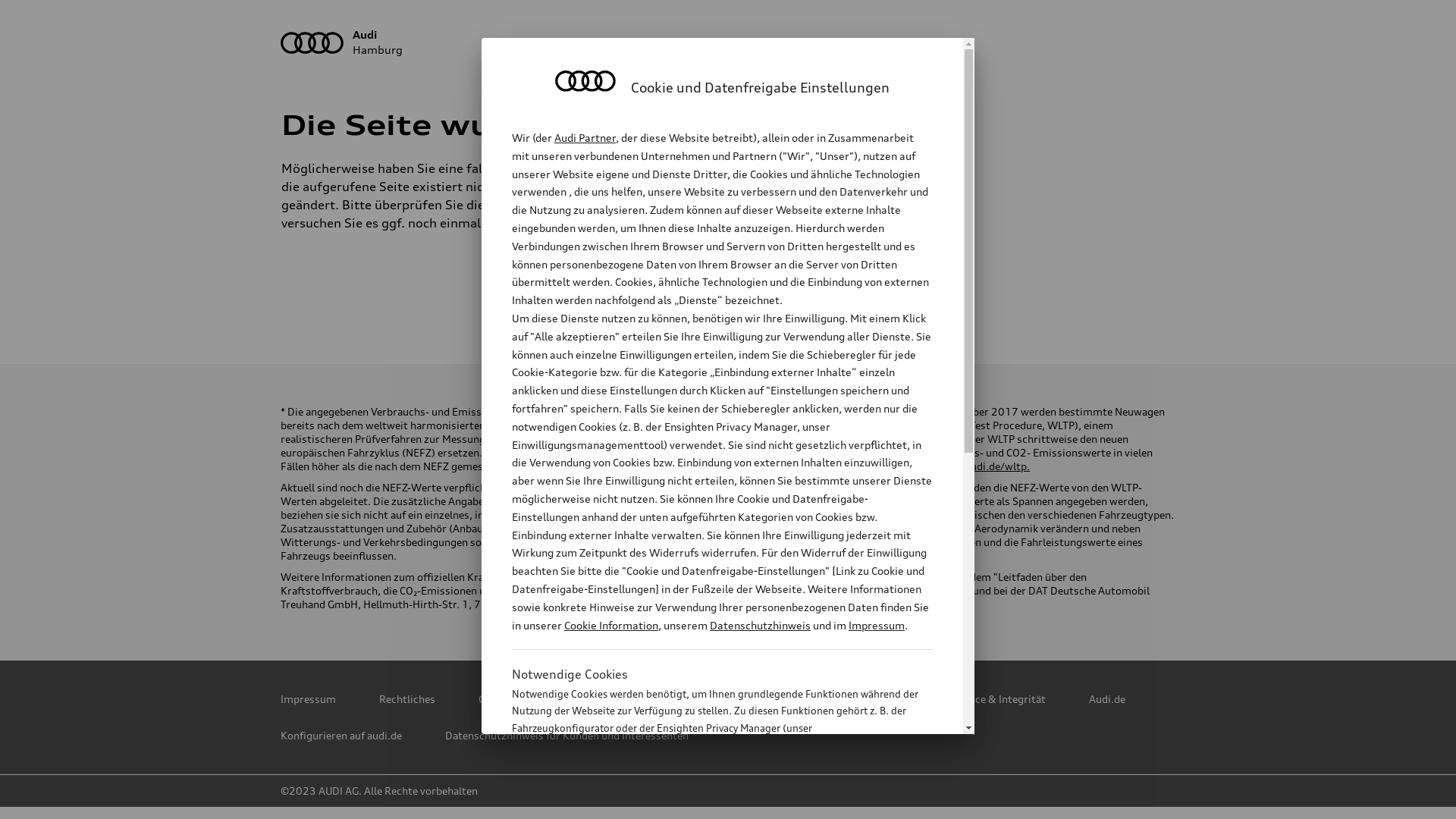 The image size is (1456, 819). I want to click on 'Konfigurieren auf audi.de', so click(340, 734).